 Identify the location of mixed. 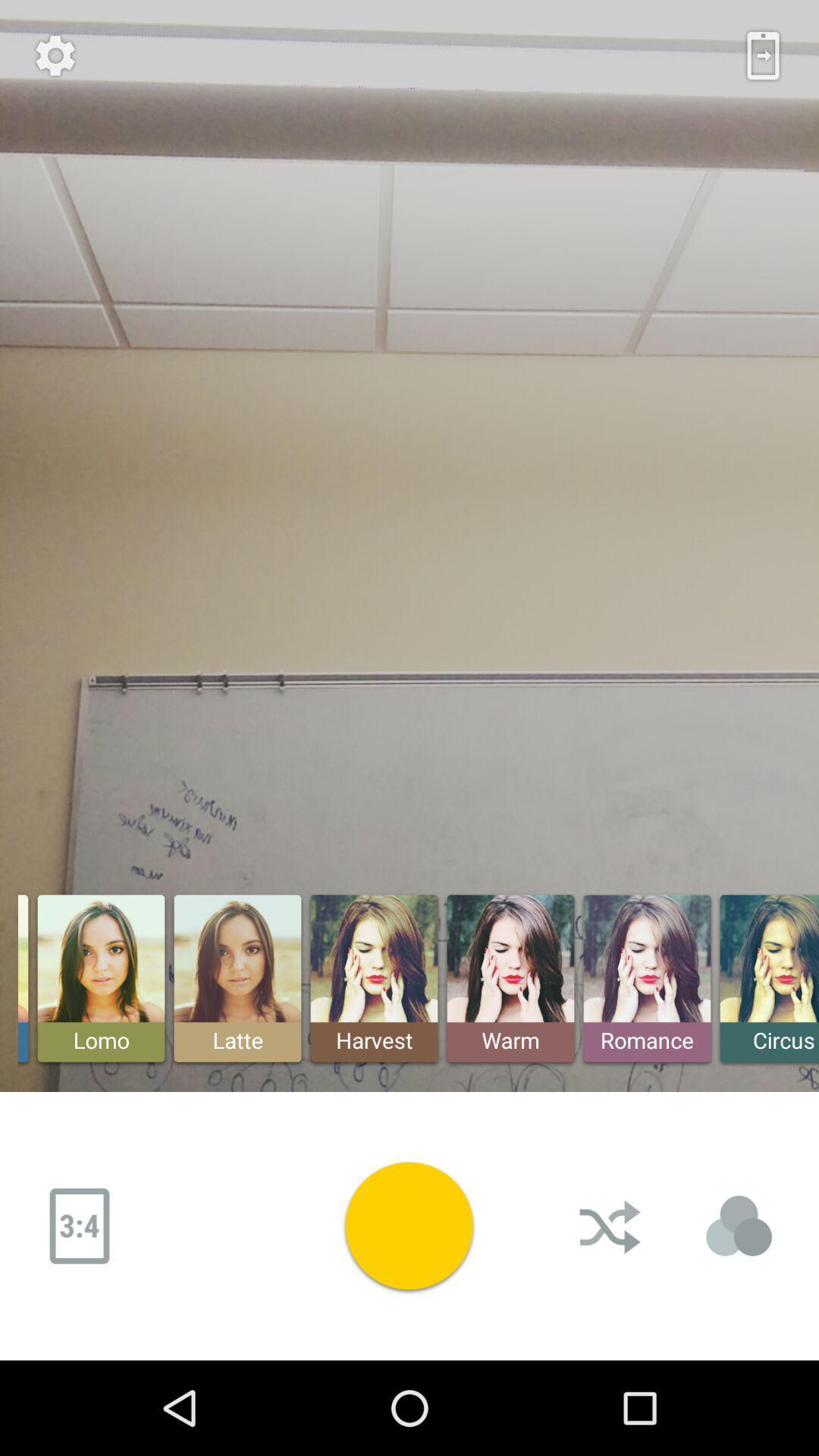
(610, 1226).